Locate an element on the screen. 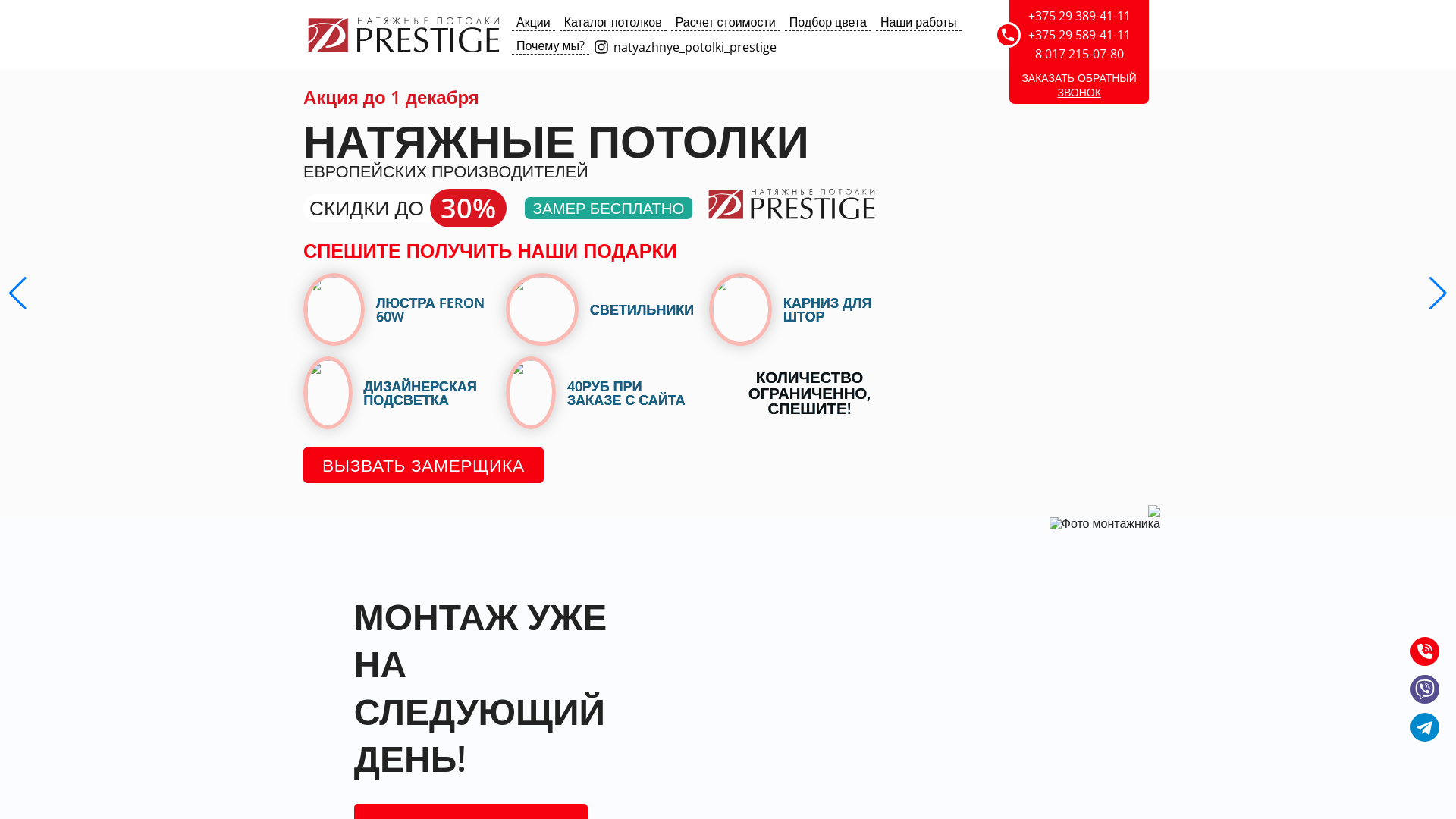 Image resolution: width=1456 pixels, height=819 pixels. '+375 29 389-41-11' is located at coordinates (1078, 15).